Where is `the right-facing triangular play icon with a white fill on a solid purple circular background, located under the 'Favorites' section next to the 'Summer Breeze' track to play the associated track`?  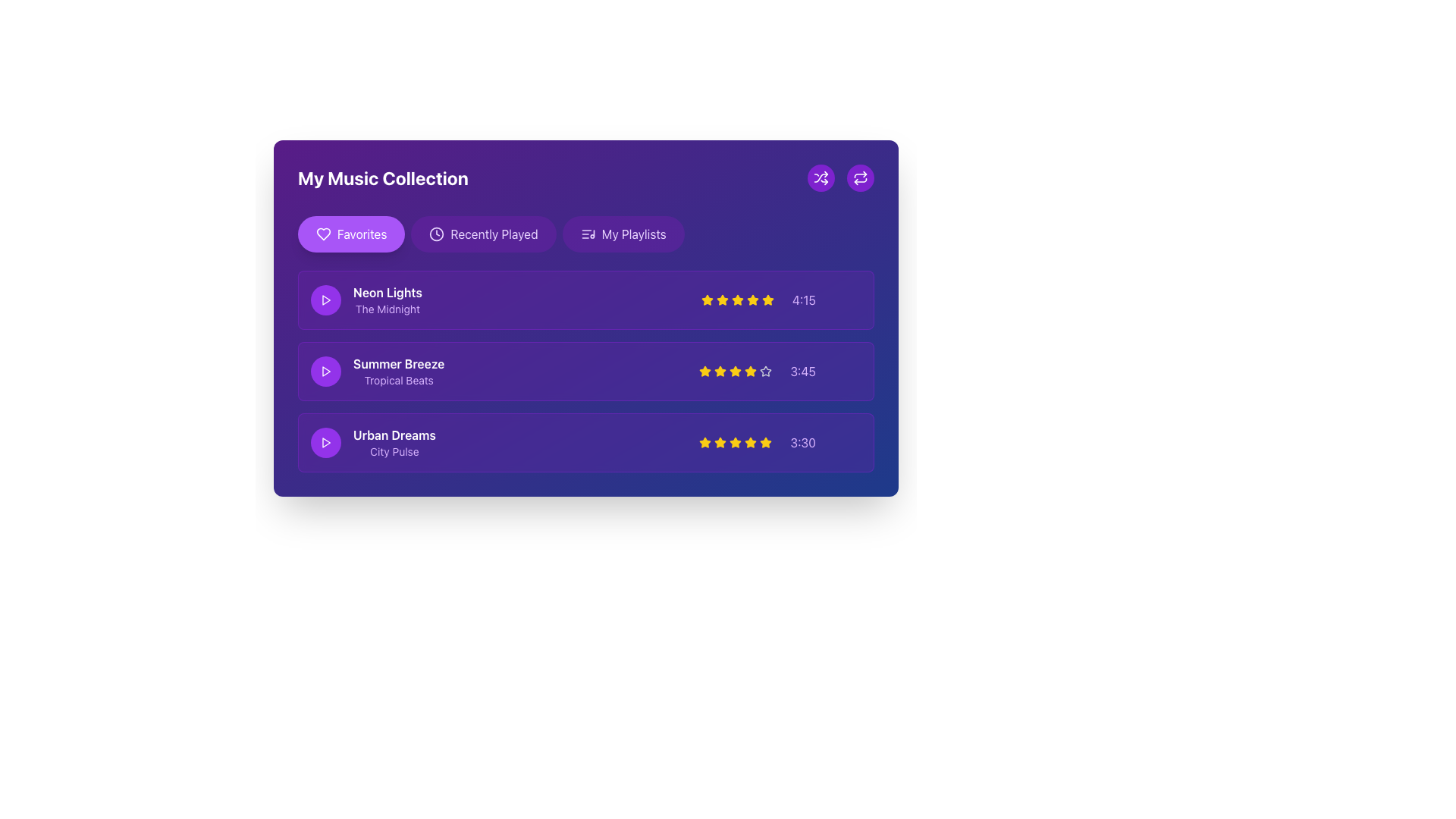 the right-facing triangular play icon with a white fill on a solid purple circular background, located under the 'Favorites' section next to the 'Summer Breeze' track to play the associated track is located at coordinates (325, 371).